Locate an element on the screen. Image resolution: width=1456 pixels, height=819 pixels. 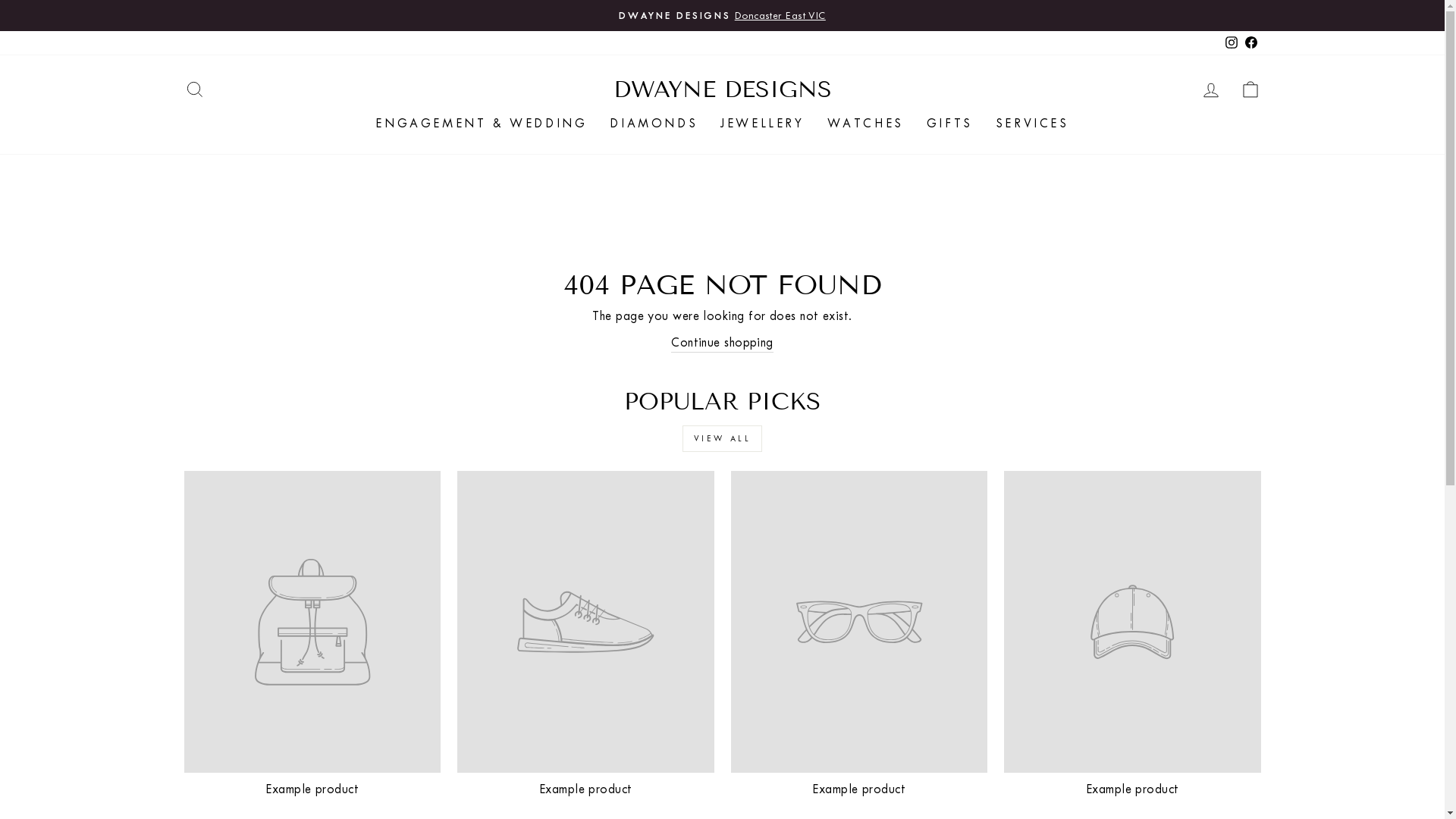
'Facebook' is located at coordinates (1250, 42).